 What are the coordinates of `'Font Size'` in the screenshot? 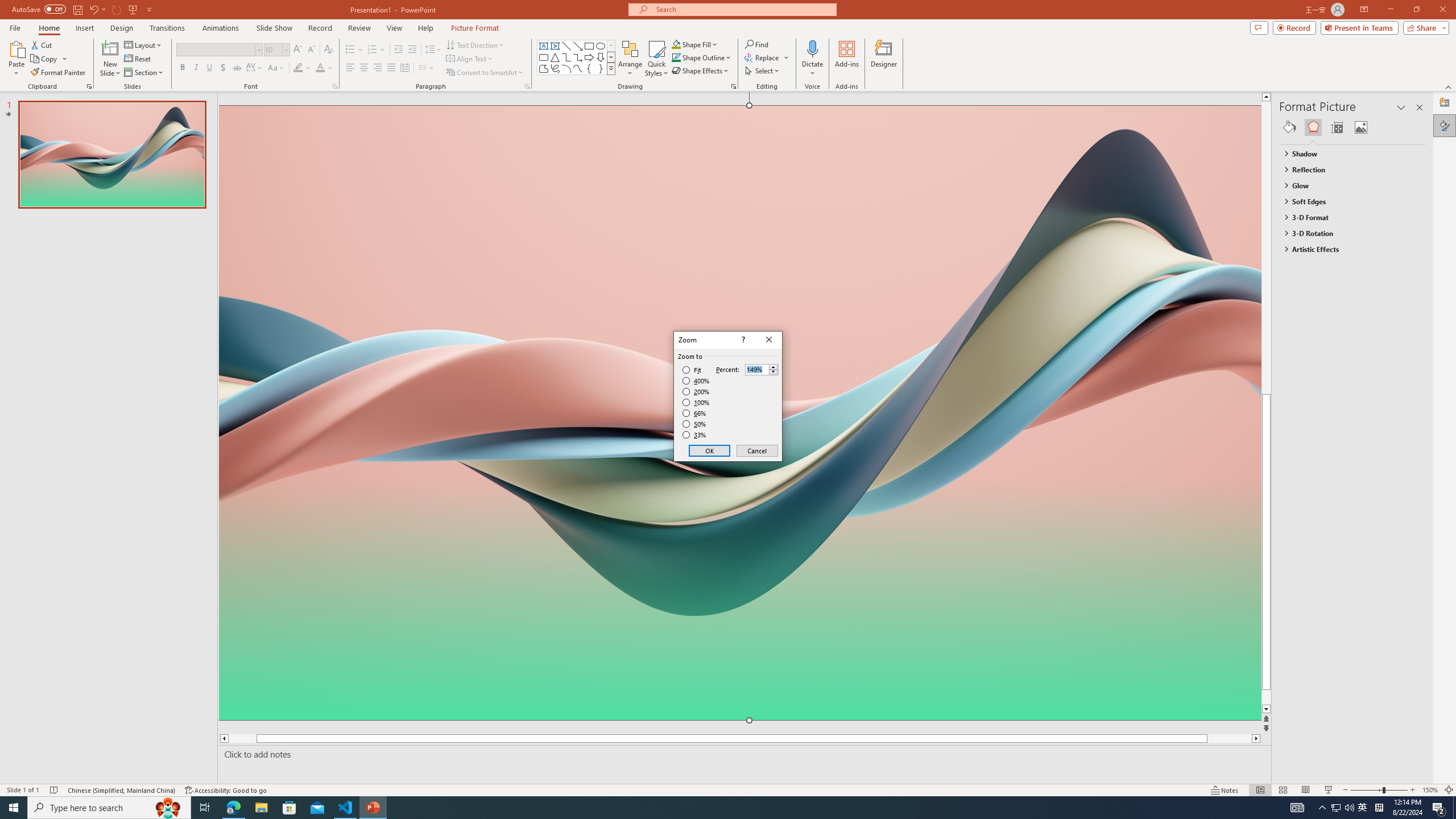 It's located at (276, 49).